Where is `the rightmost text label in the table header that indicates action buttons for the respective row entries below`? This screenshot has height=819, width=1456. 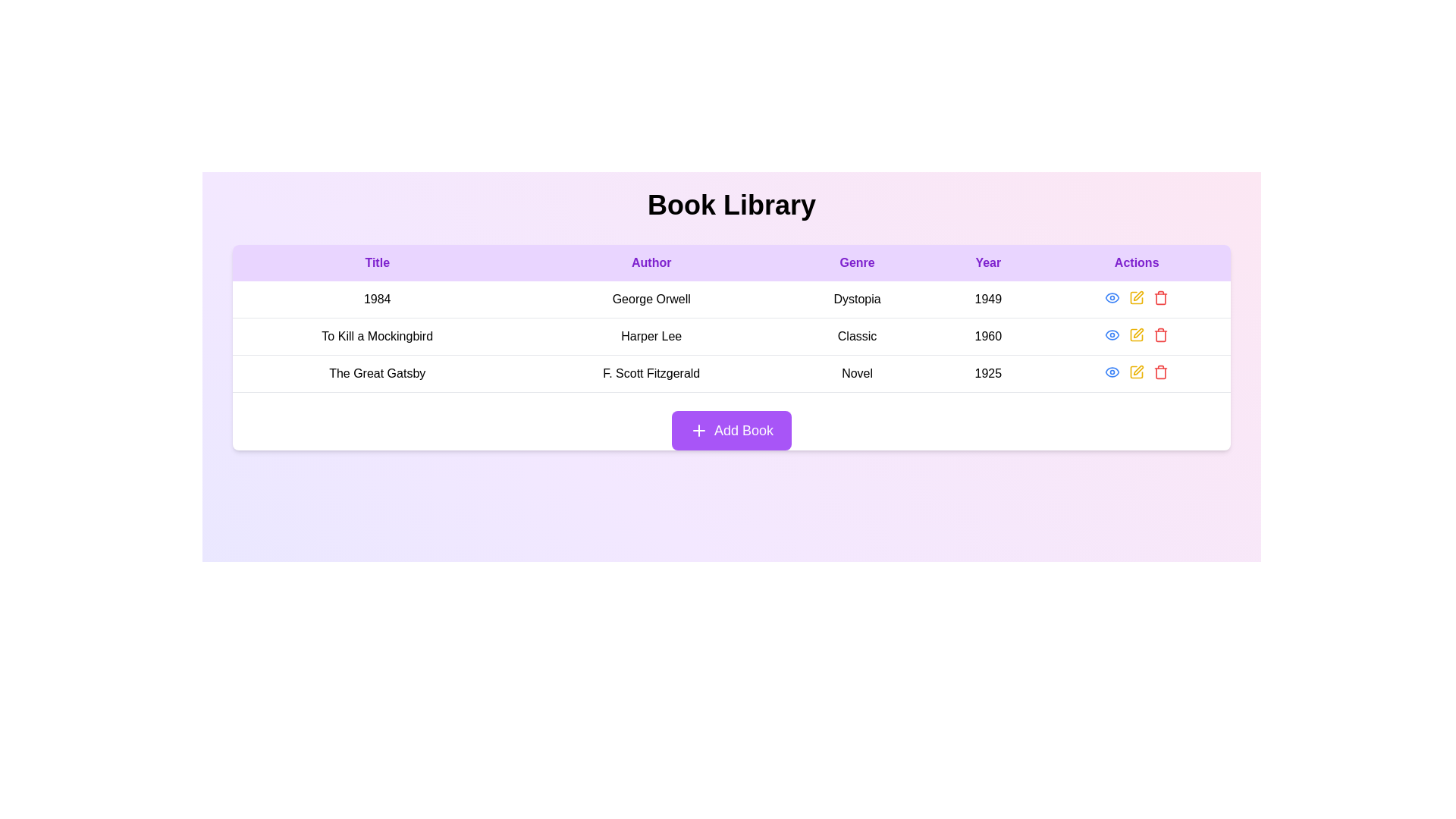
the rightmost text label in the table header that indicates action buttons for the respective row entries below is located at coordinates (1137, 262).